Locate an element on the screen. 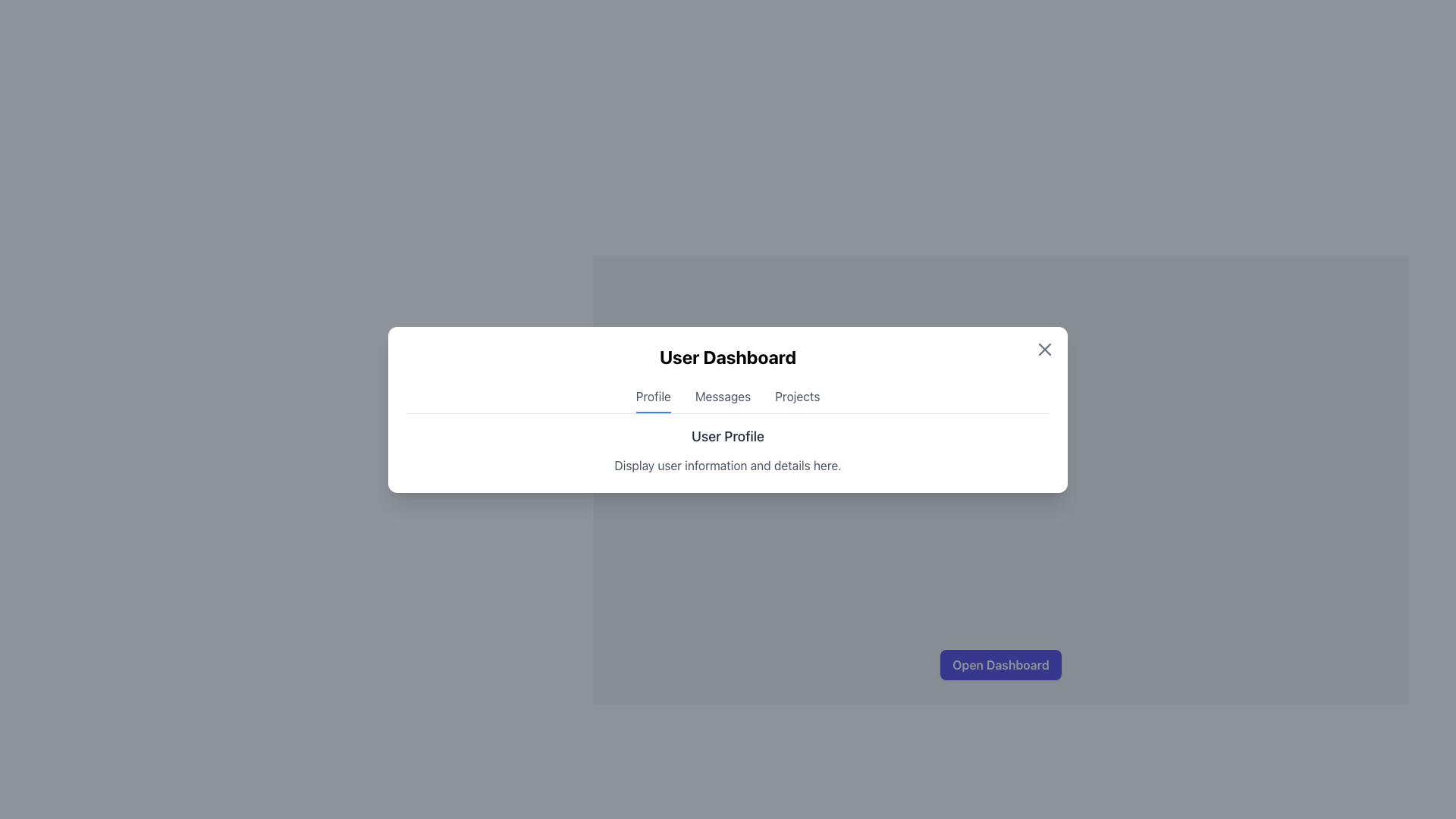  the intersecting line of the 'X' icon in the top-right area of the modal dialog labeled 'User Dashboard' to dismiss the modal is located at coordinates (1043, 349).